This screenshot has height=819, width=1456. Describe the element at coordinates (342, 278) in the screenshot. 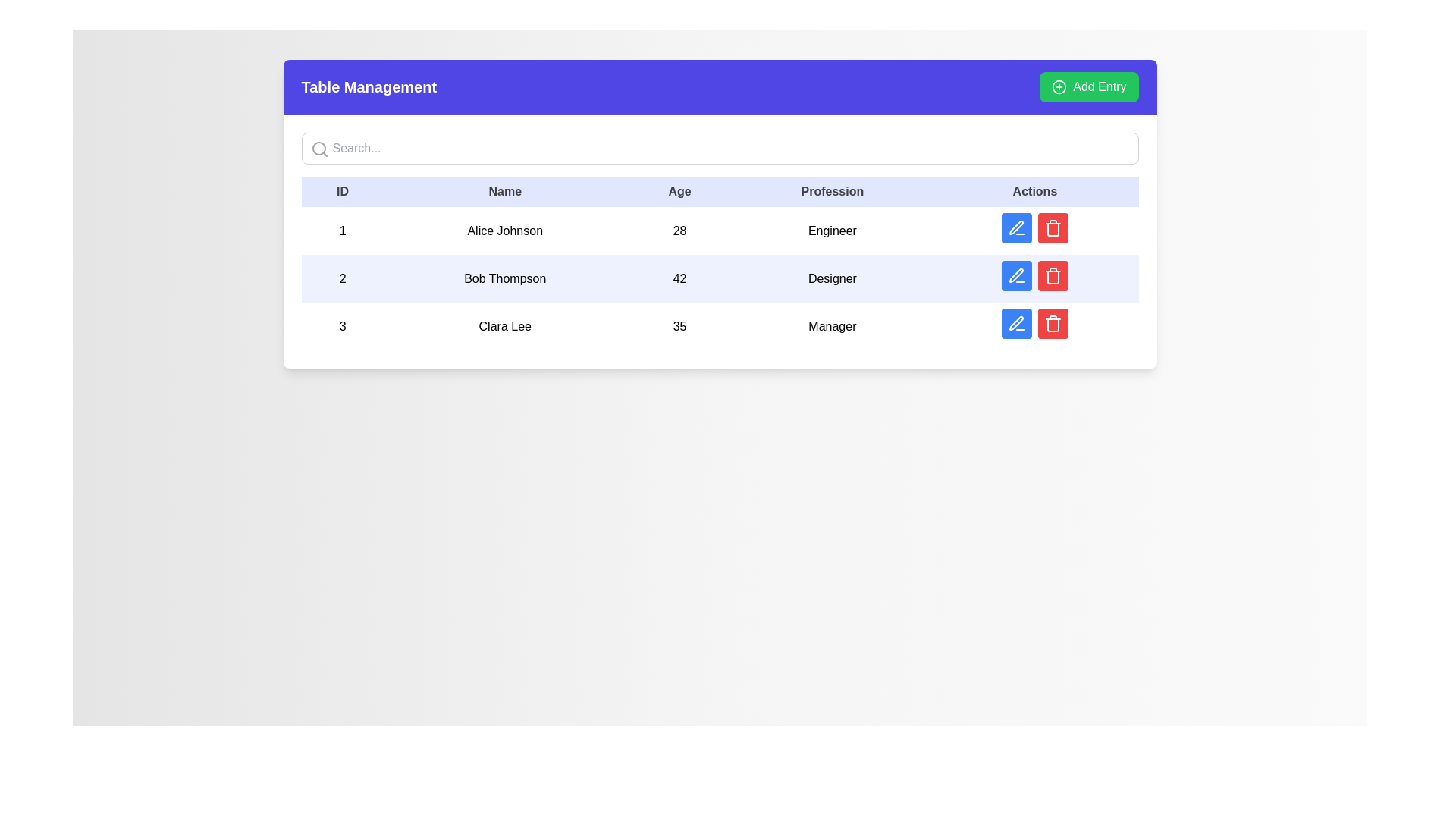

I see `the bold numeric value '2' in the table cell under the 'ID' column for the entry 'Bob Thompson'` at that location.